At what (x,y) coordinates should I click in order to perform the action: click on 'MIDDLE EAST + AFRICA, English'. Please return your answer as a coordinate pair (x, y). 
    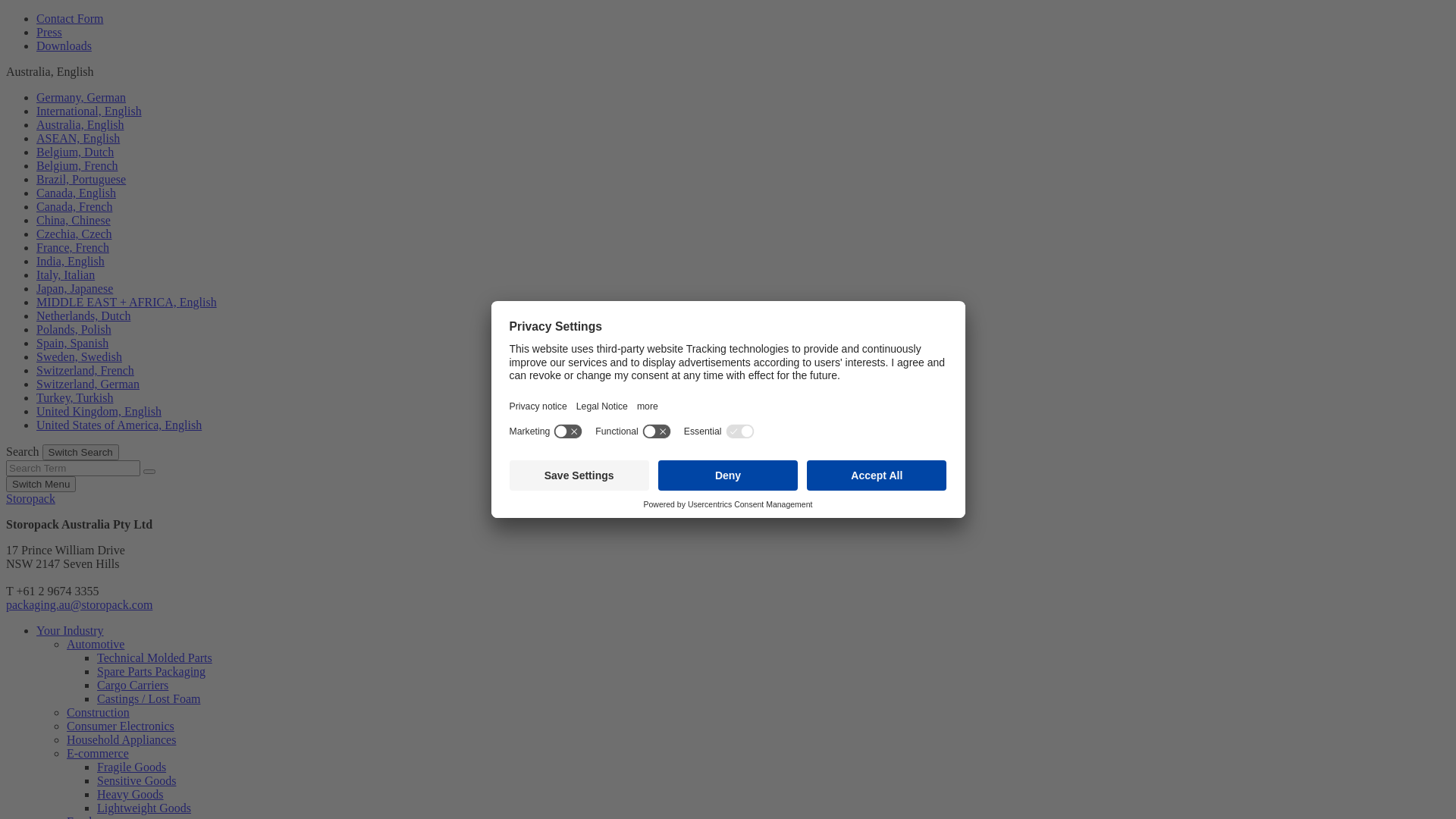
    Looking at the image, I should click on (36, 302).